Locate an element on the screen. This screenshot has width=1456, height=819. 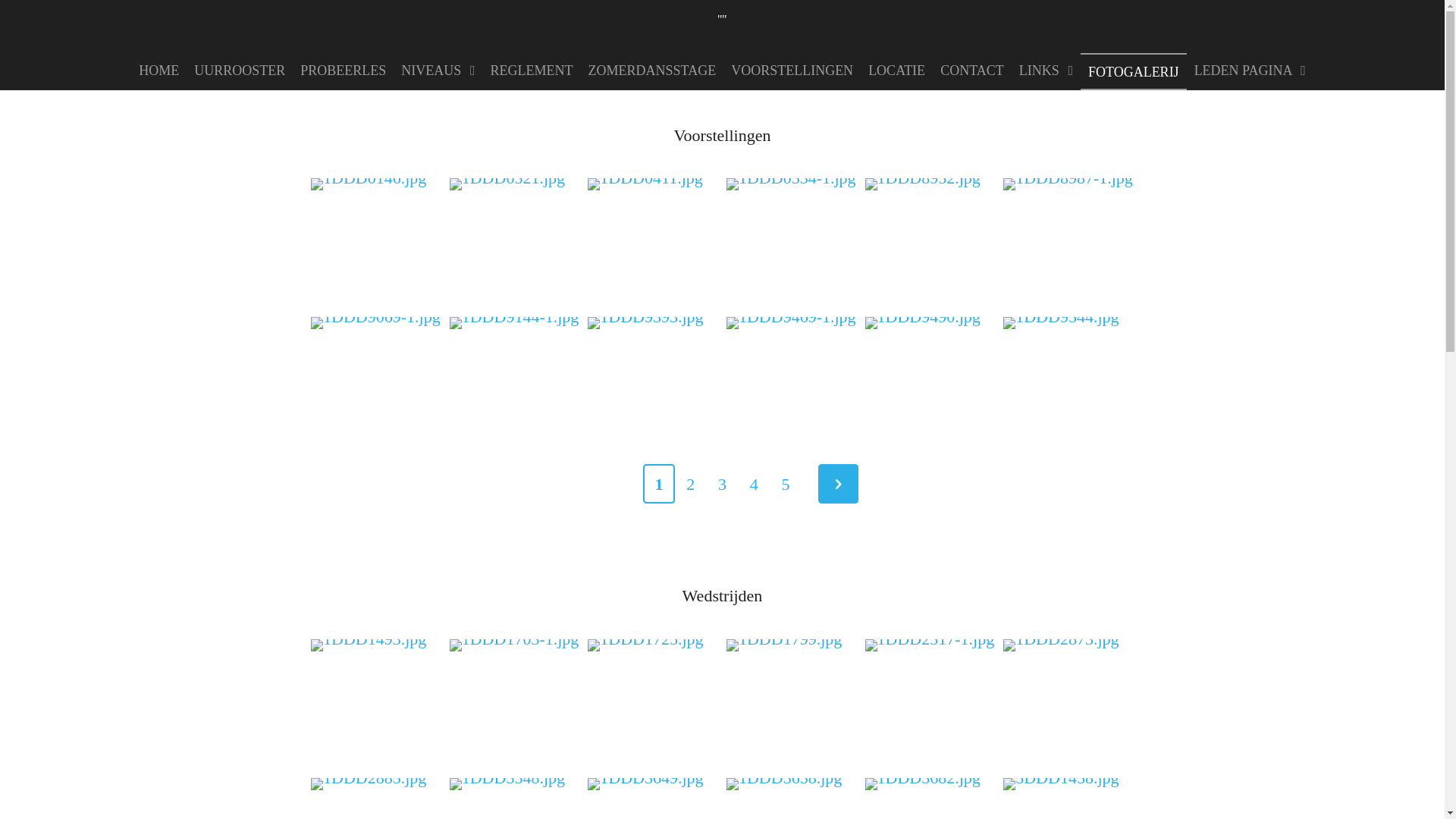
'REGLEMENT' is located at coordinates (532, 70).